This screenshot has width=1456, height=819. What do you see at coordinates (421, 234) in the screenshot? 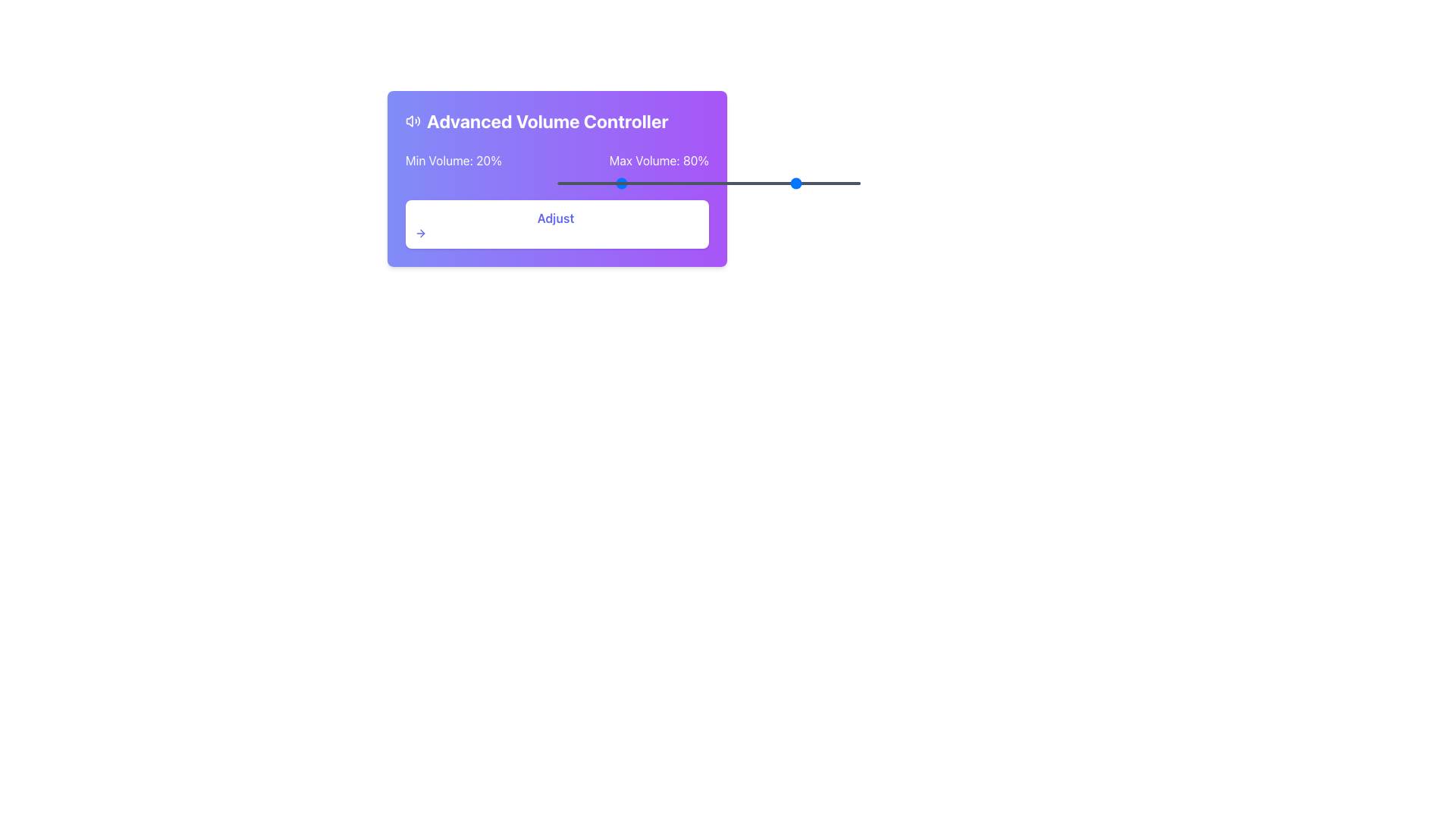
I see `the navigation icon located within the 'Adjust' button area, positioned towards the left end of the button's inner content` at bounding box center [421, 234].